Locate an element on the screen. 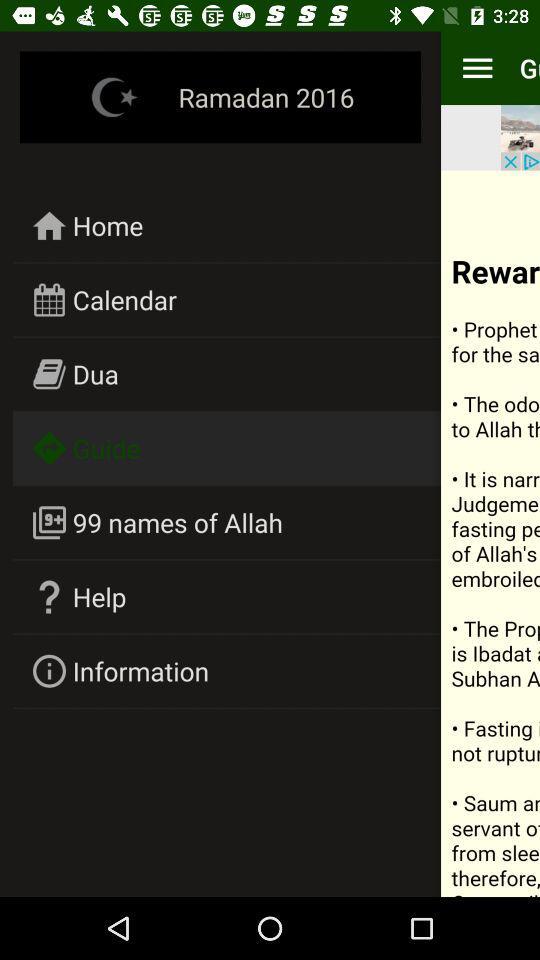 The height and width of the screenshot is (960, 540). item to the left of the guide item is located at coordinates (476, 68).